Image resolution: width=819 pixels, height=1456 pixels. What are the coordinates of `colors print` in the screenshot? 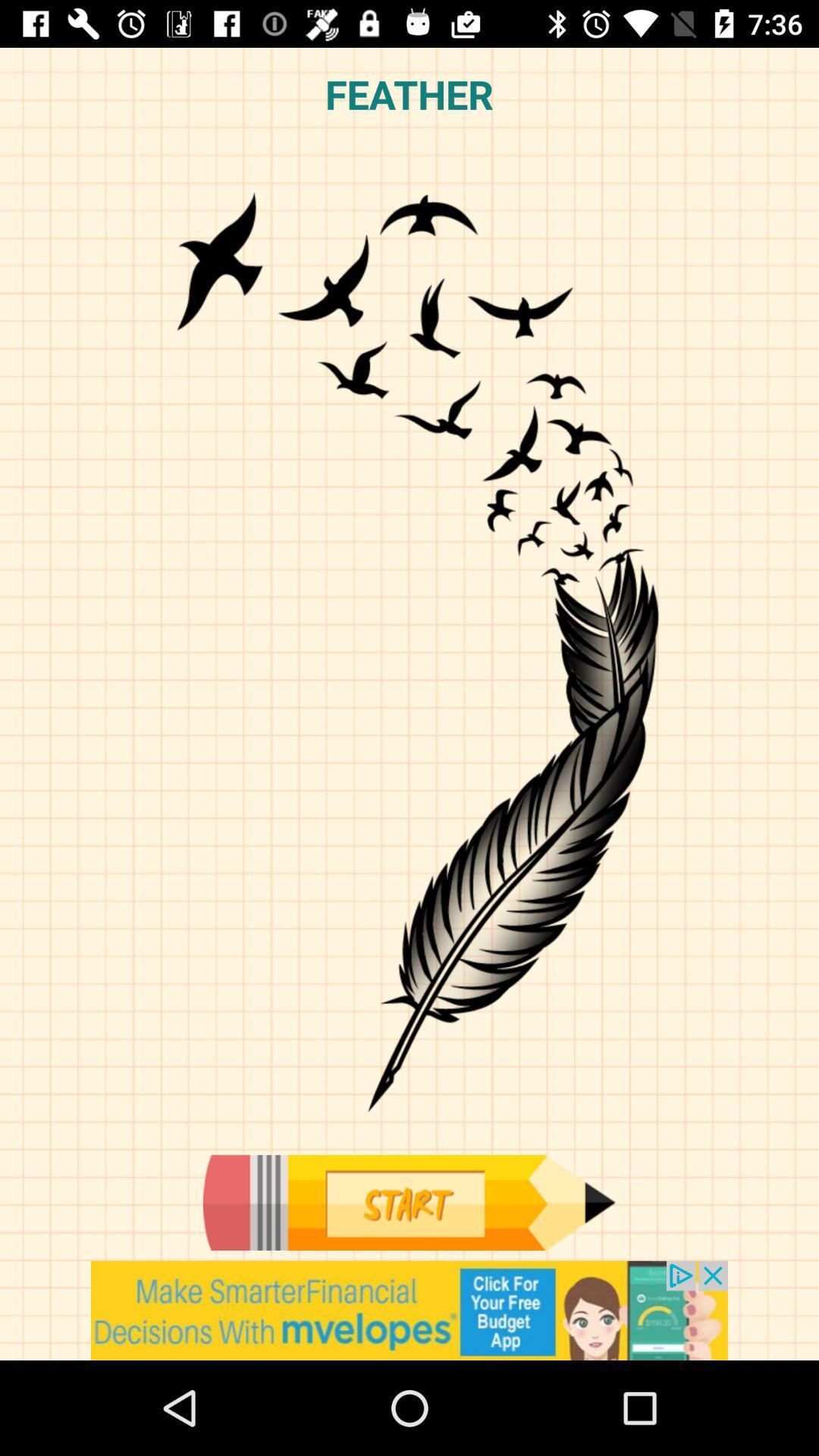 It's located at (408, 1202).